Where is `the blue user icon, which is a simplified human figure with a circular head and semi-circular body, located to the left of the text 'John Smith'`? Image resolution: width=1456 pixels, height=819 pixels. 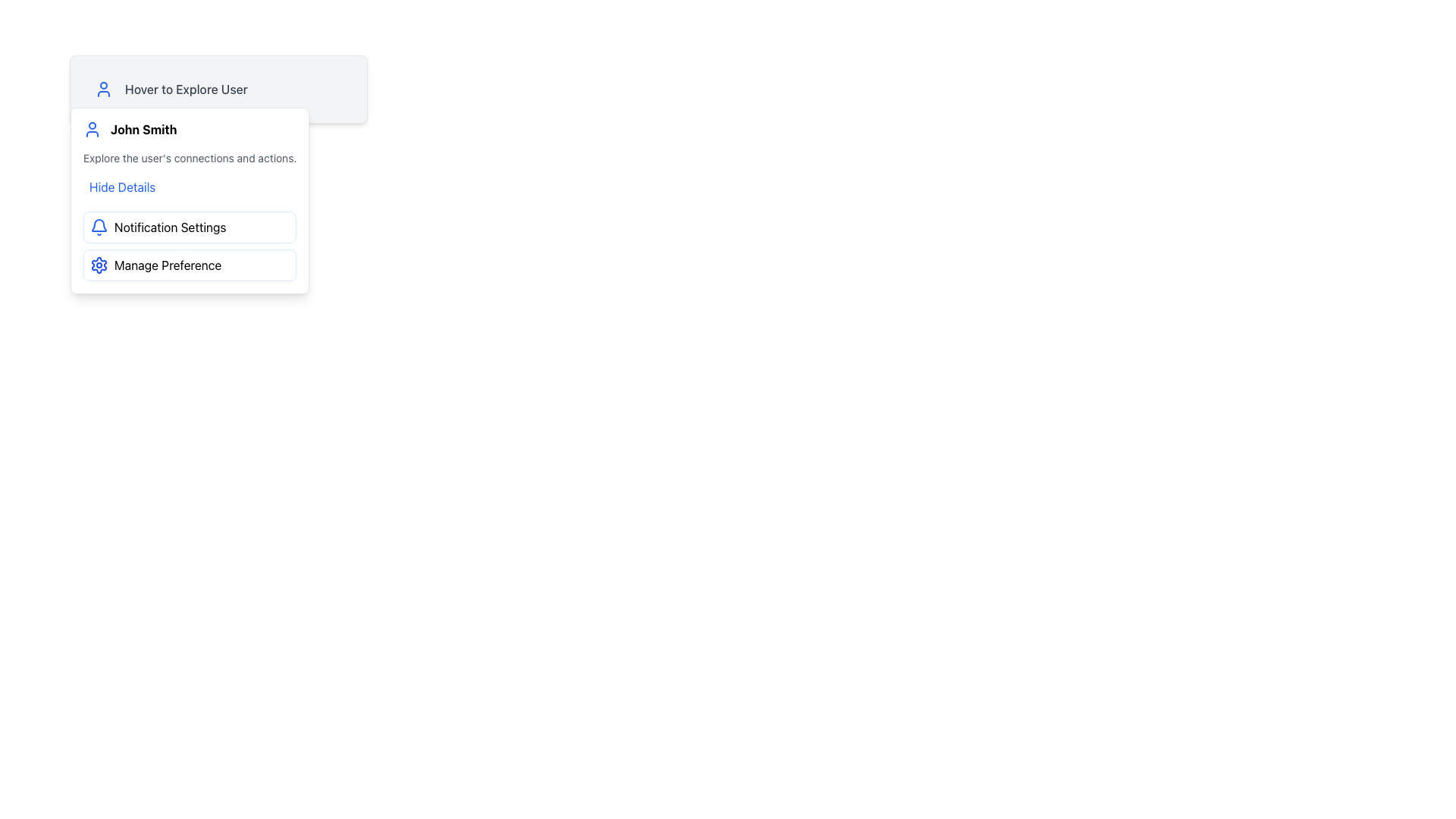
the blue user icon, which is a simplified human figure with a circular head and semi-circular body, located to the left of the text 'John Smith' is located at coordinates (91, 128).